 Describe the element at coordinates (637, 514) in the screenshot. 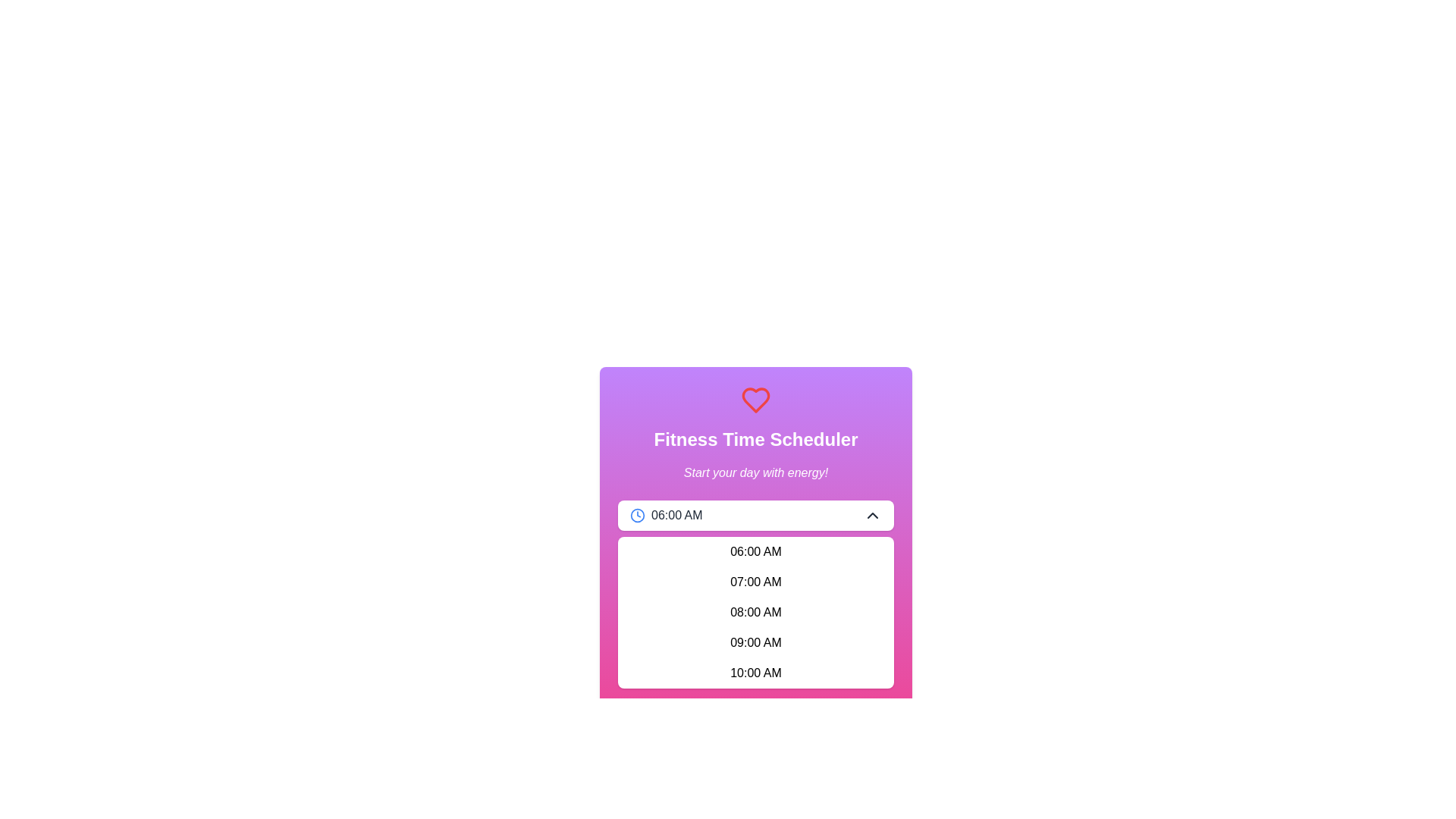

I see `the outer circle of the clock icon located to the far left of the '06:00 AM' time in the dropdown menu` at that location.